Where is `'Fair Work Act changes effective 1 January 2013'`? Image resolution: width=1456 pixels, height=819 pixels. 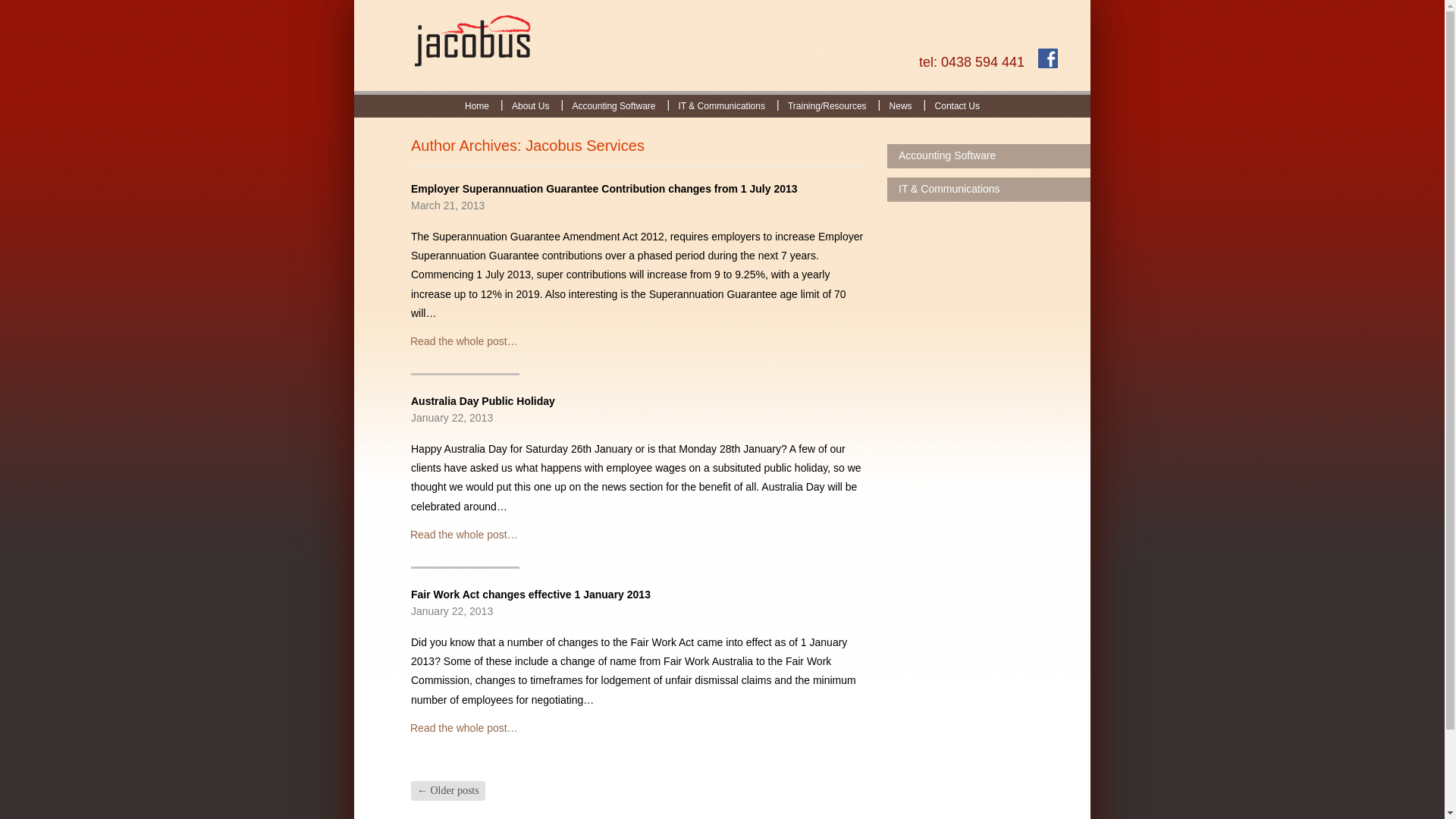 'Fair Work Act changes effective 1 January 2013' is located at coordinates (531, 593).